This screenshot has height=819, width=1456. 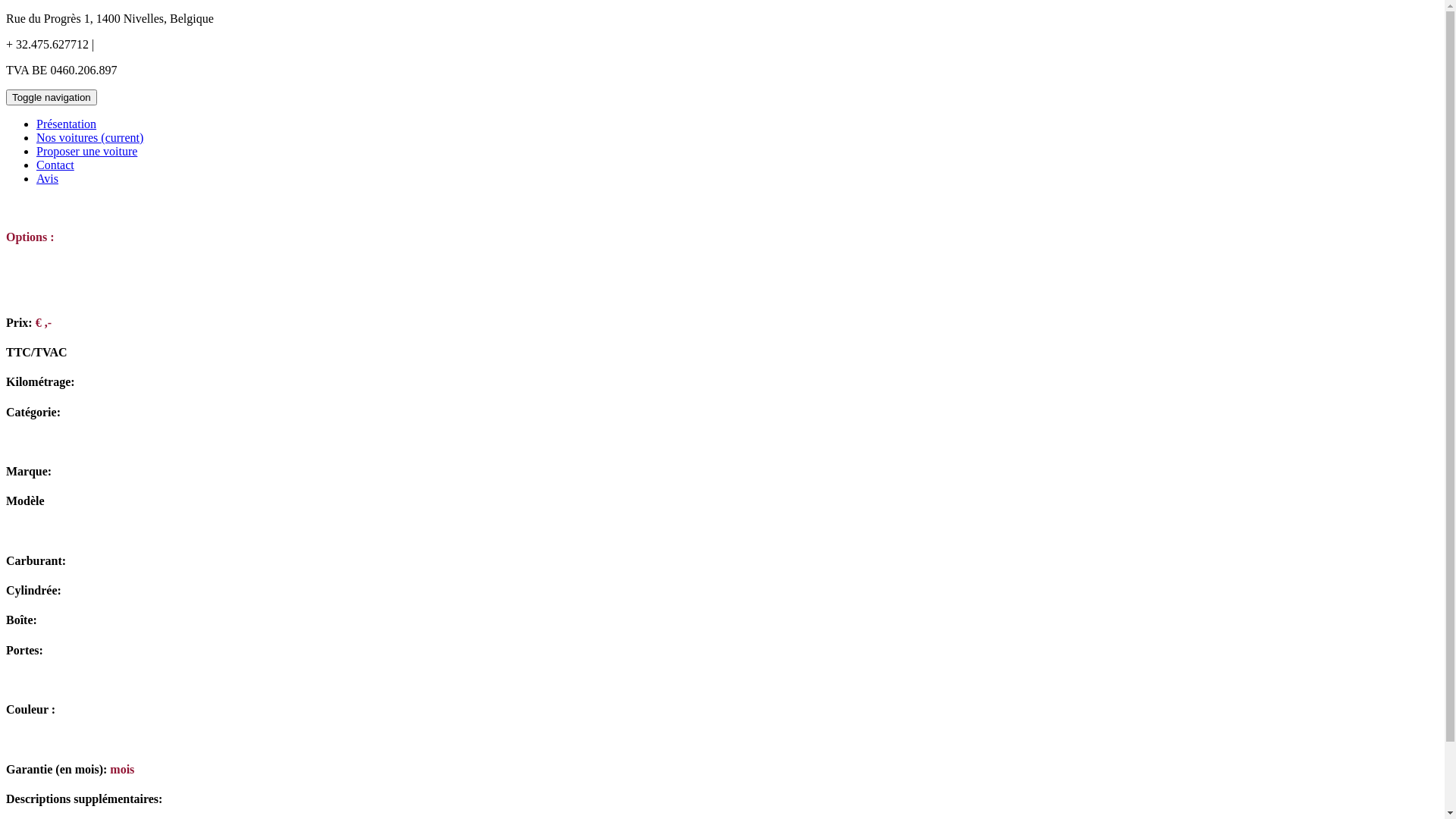 I want to click on 'Nos voitures (current)', so click(x=89, y=137).